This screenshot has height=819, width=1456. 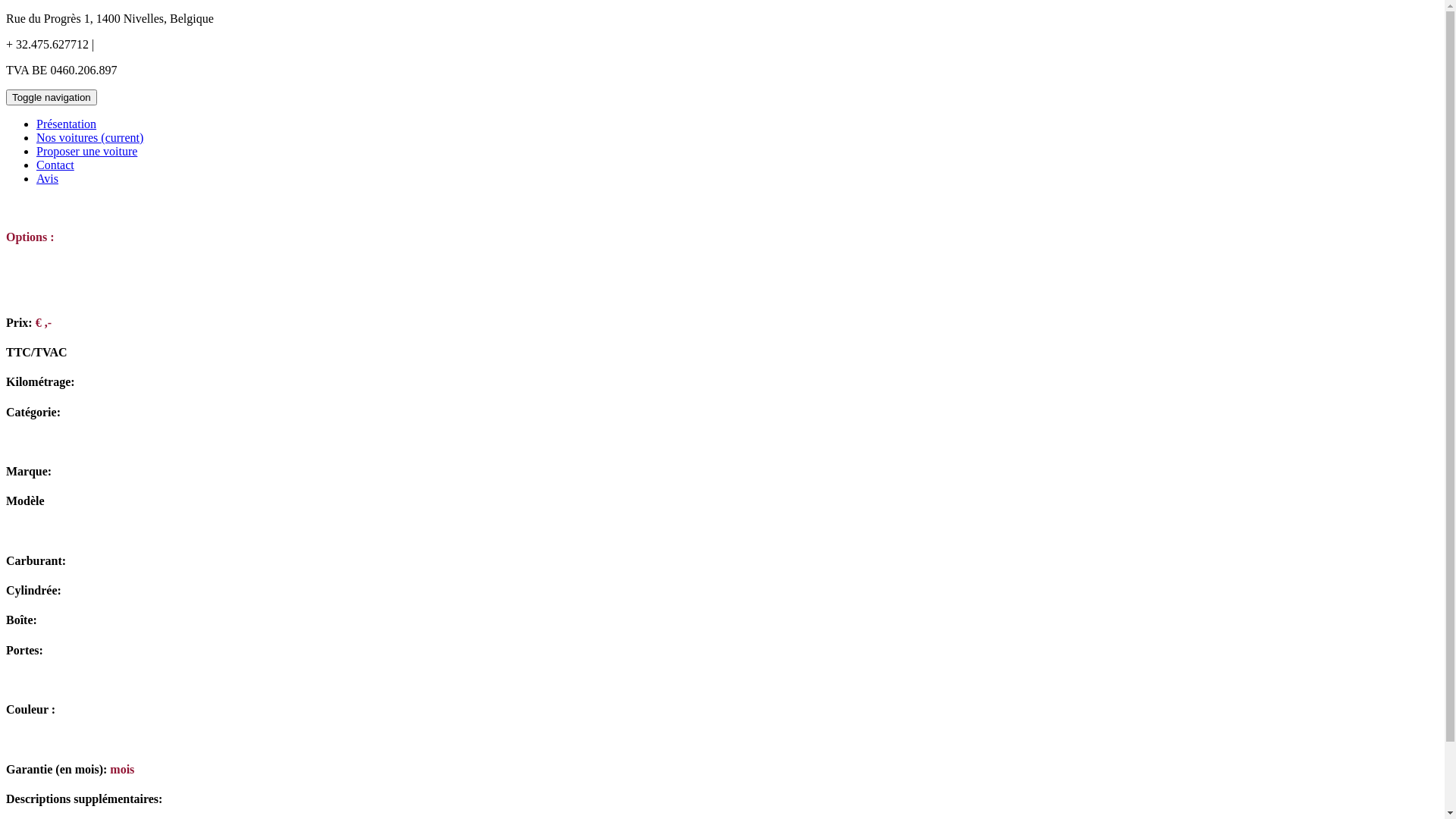 I want to click on 'Nos voitures (current)', so click(x=89, y=137).